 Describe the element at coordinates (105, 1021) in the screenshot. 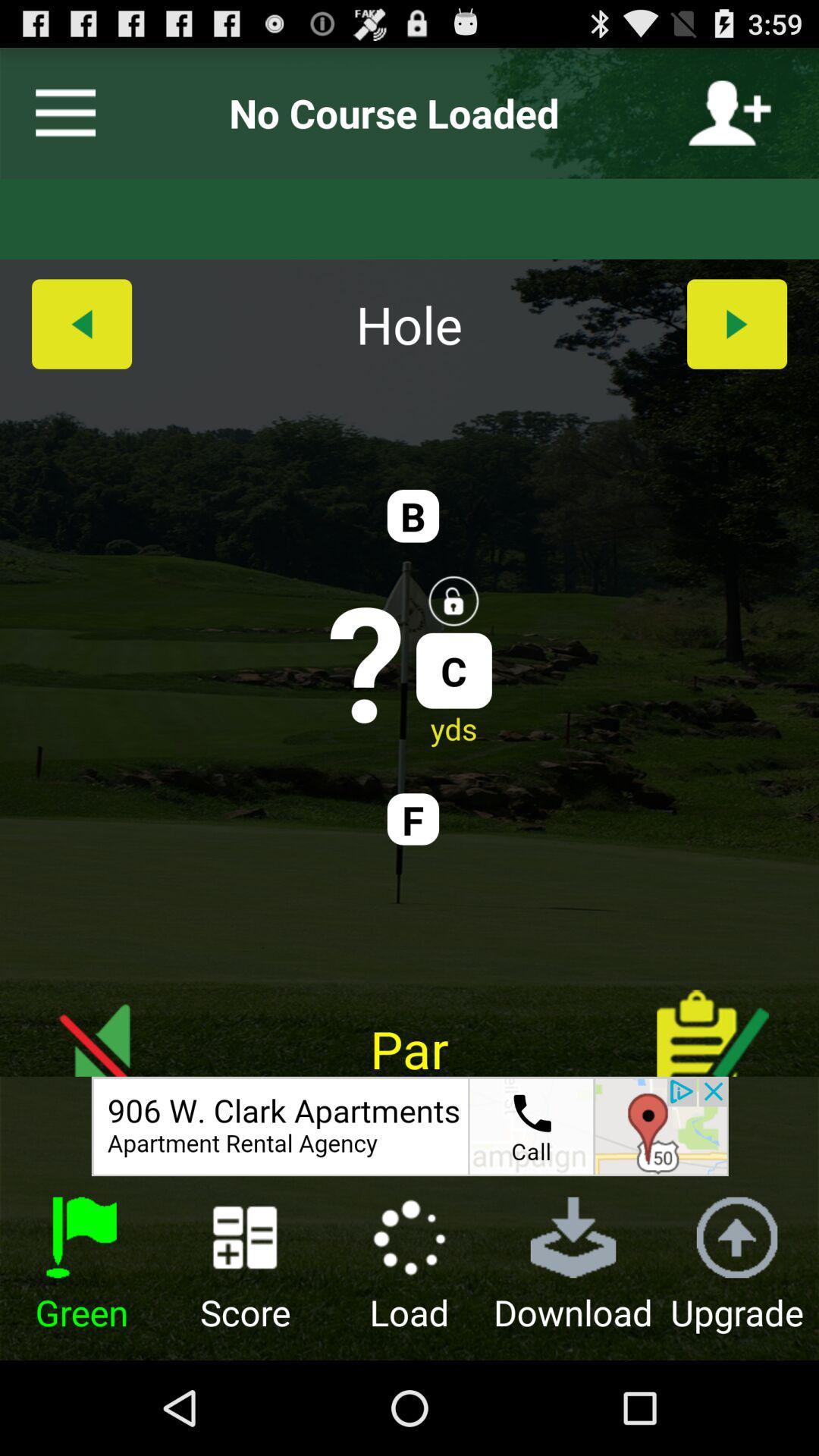

I see `click mute option` at that location.